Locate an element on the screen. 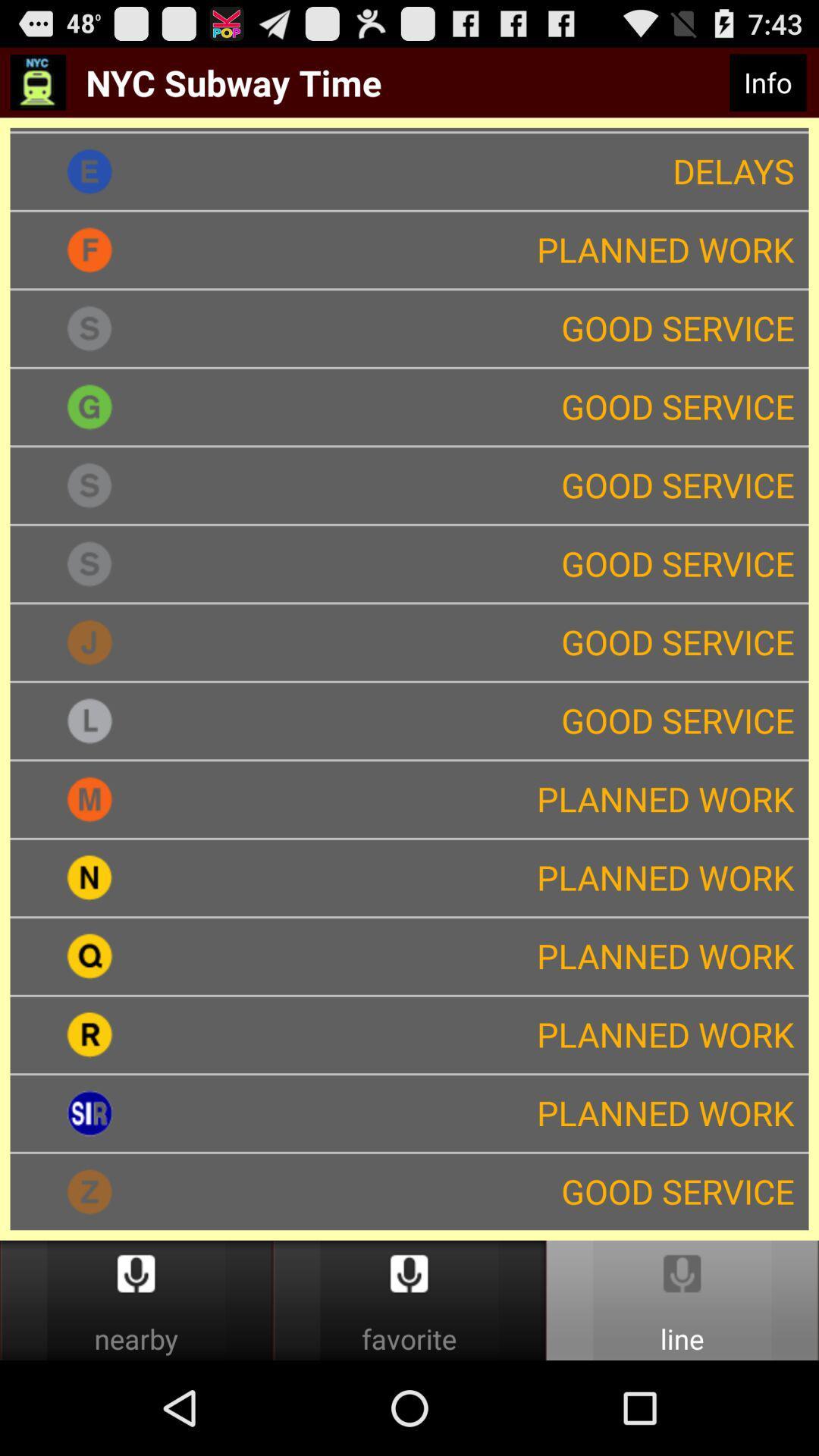 This screenshot has width=819, height=1456. delays icon is located at coordinates (488, 171).